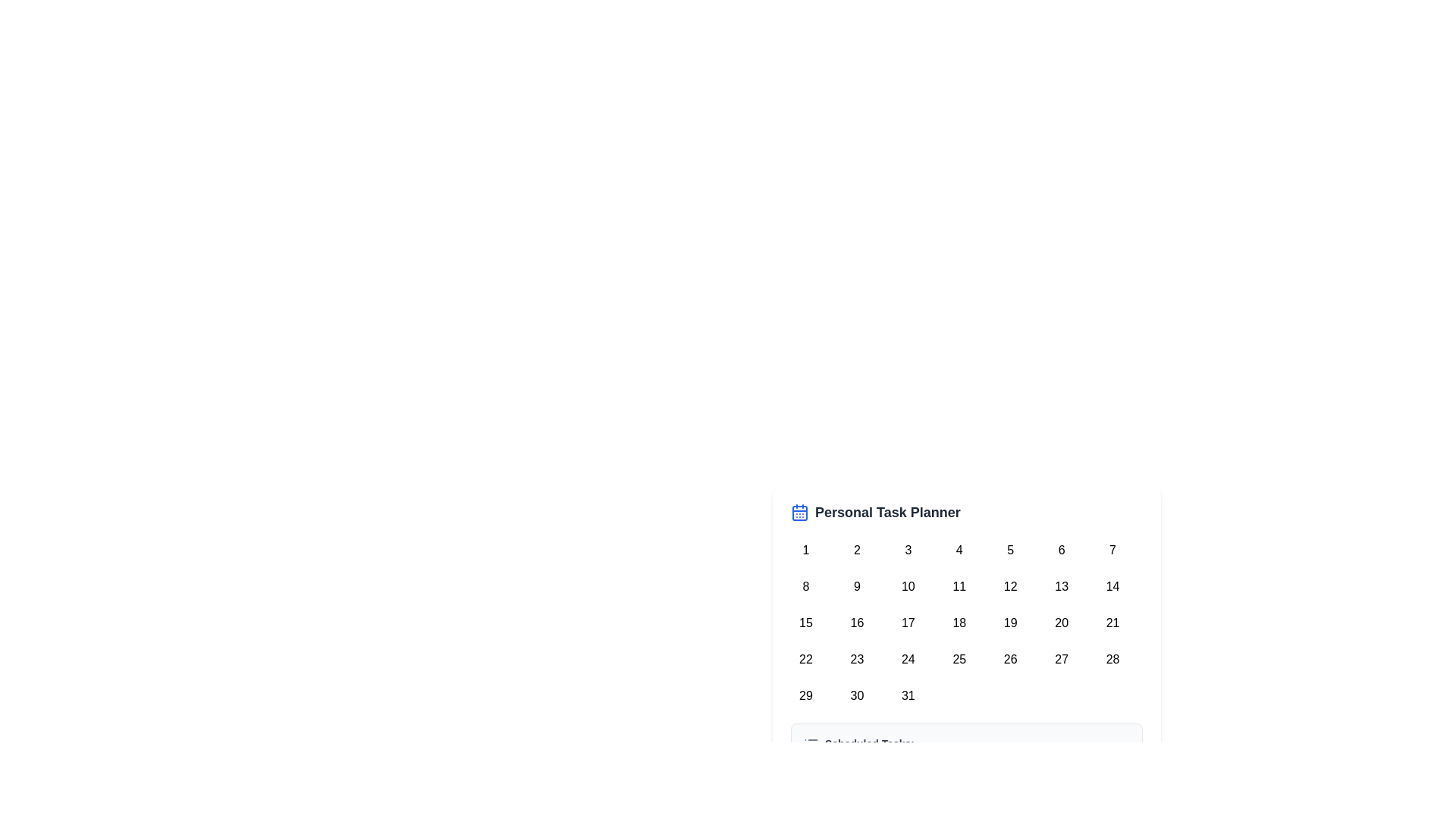  Describe the element at coordinates (959, 550) in the screenshot. I see `the button representing the fourth day of the month` at that location.